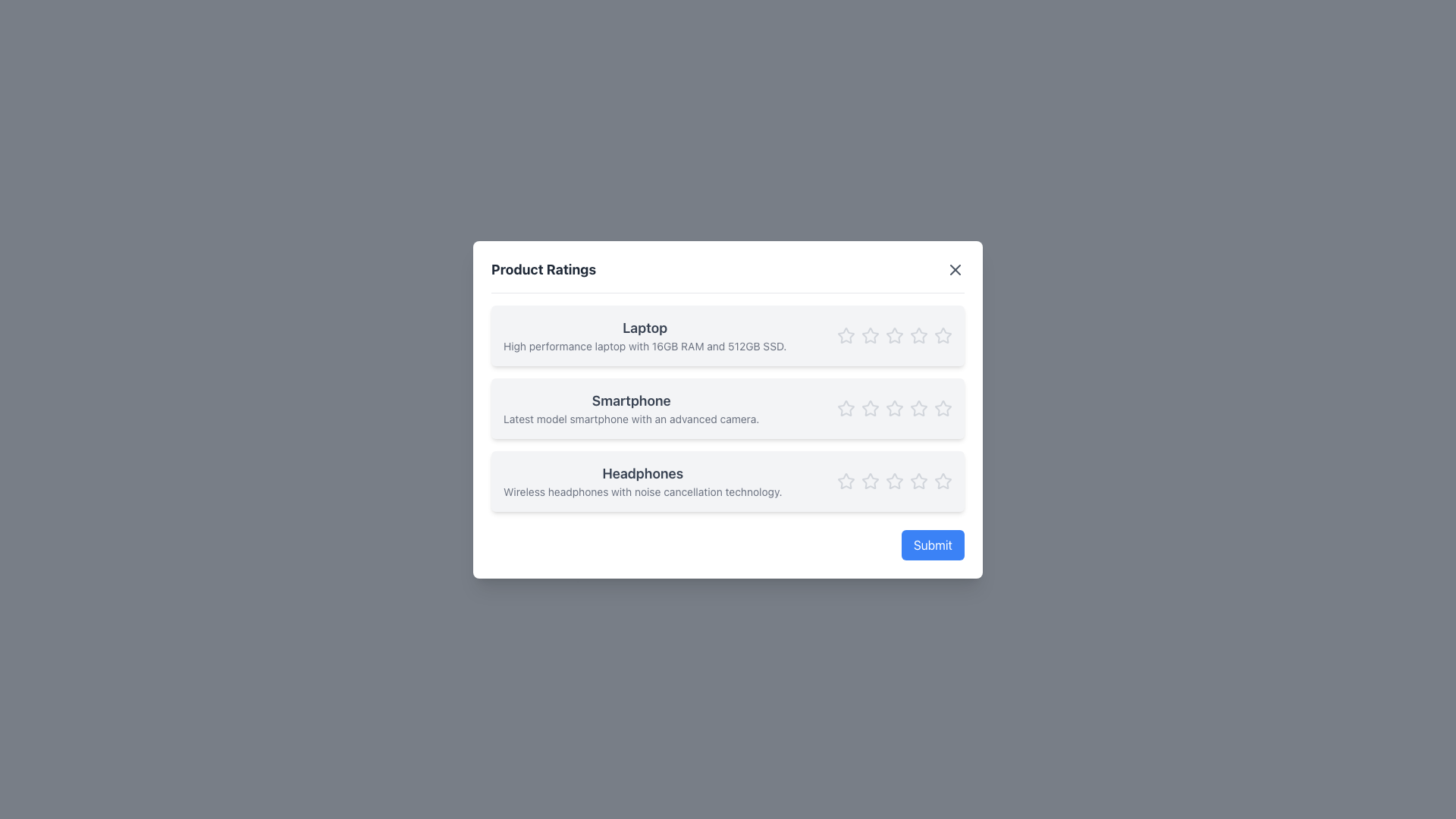 This screenshot has width=1456, height=819. What do you see at coordinates (728, 480) in the screenshot?
I see `the title and description section for the product 'Headphones', which is the third item in a vertical list of product details within a modal dialog` at bounding box center [728, 480].